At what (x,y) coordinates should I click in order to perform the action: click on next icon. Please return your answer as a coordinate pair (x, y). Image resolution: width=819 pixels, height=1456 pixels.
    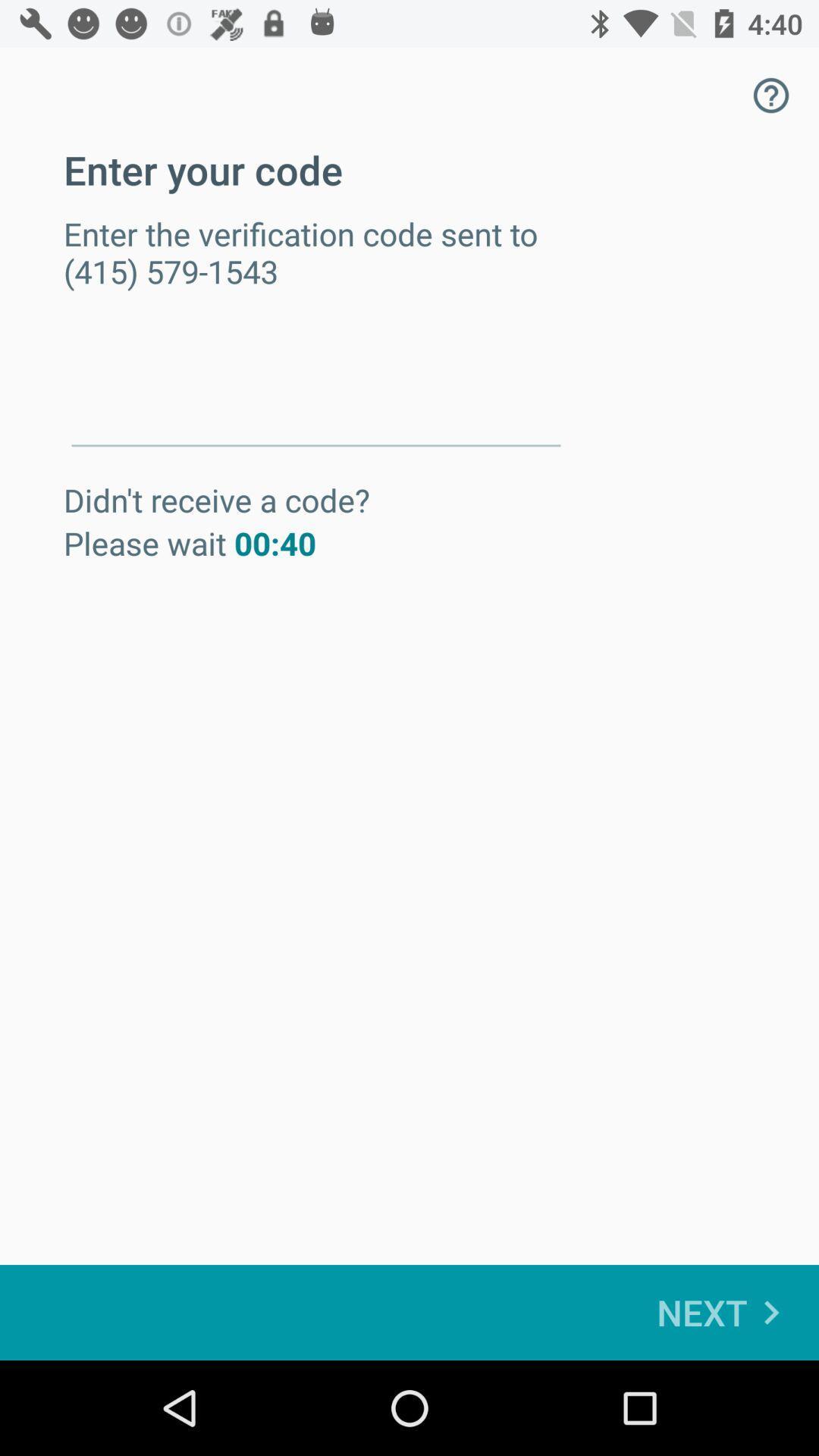
    Looking at the image, I should click on (725, 1312).